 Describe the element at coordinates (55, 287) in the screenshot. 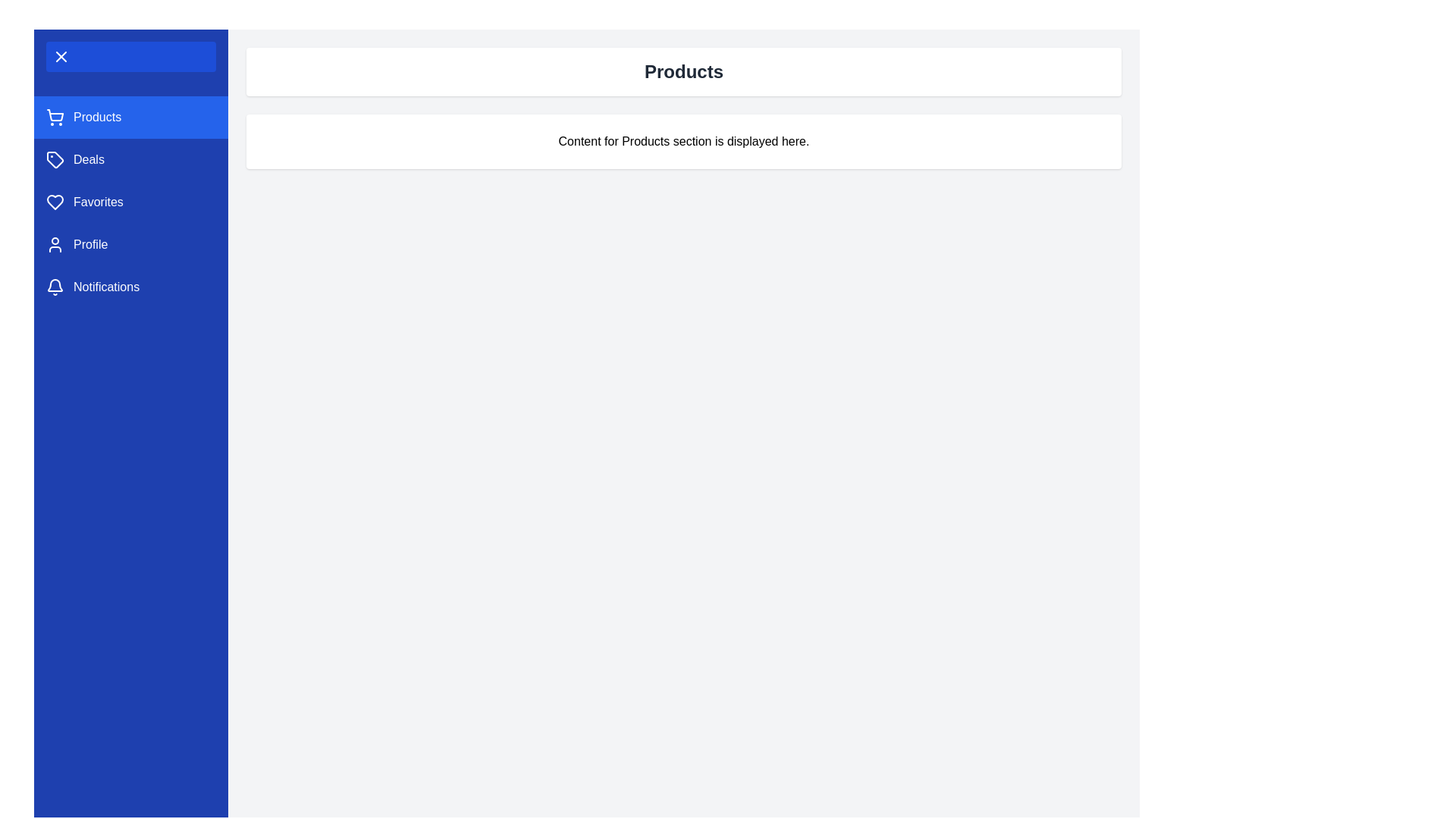

I see `the bell icon representing the 'Notifications' menu item in the left sidebar, which is the last icon in the sequence of menu options` at that location.